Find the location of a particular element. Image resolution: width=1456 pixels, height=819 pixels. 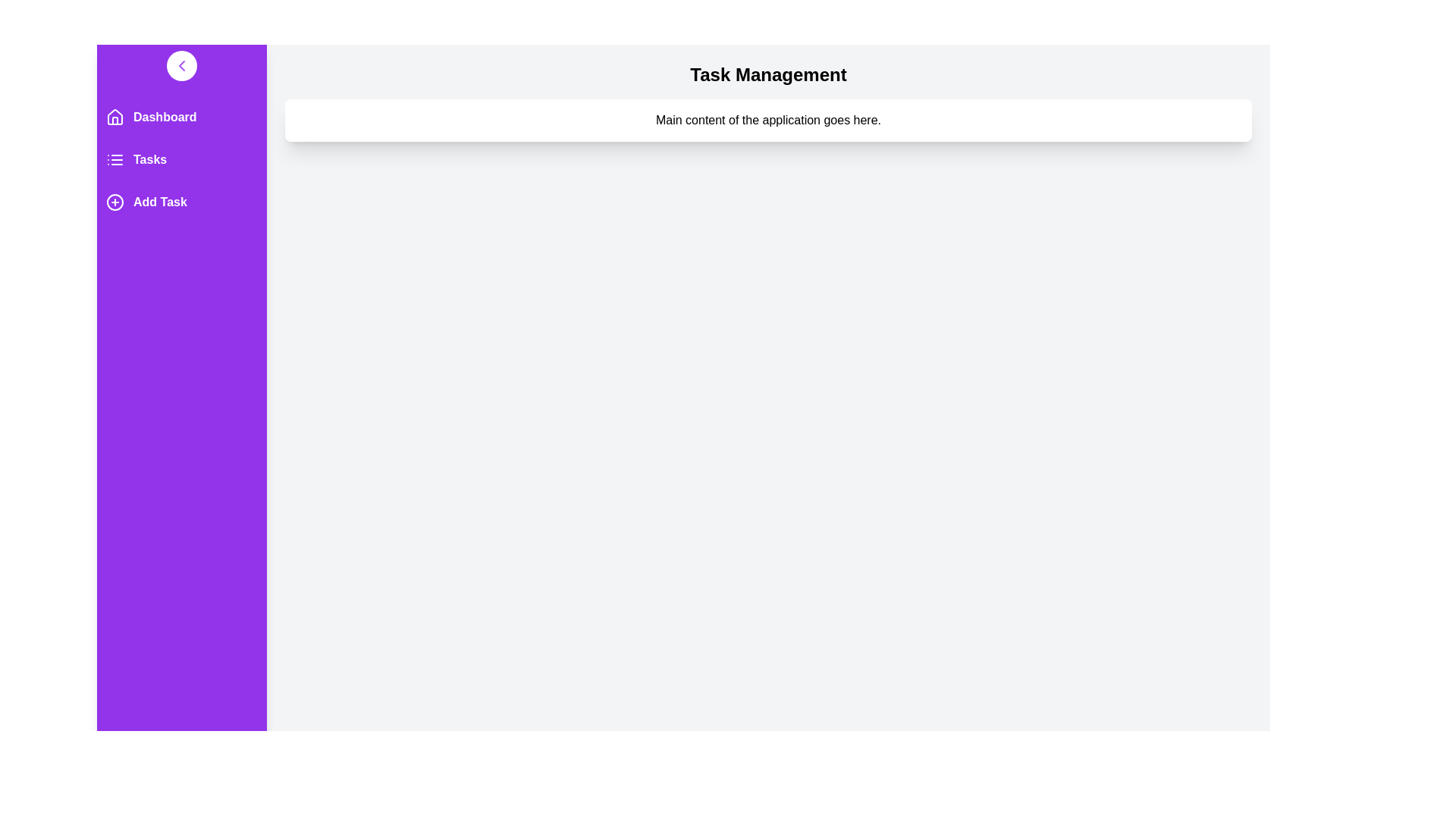

the 'Tasks' menu item in the sidebar is located at coordinates (182, 160).